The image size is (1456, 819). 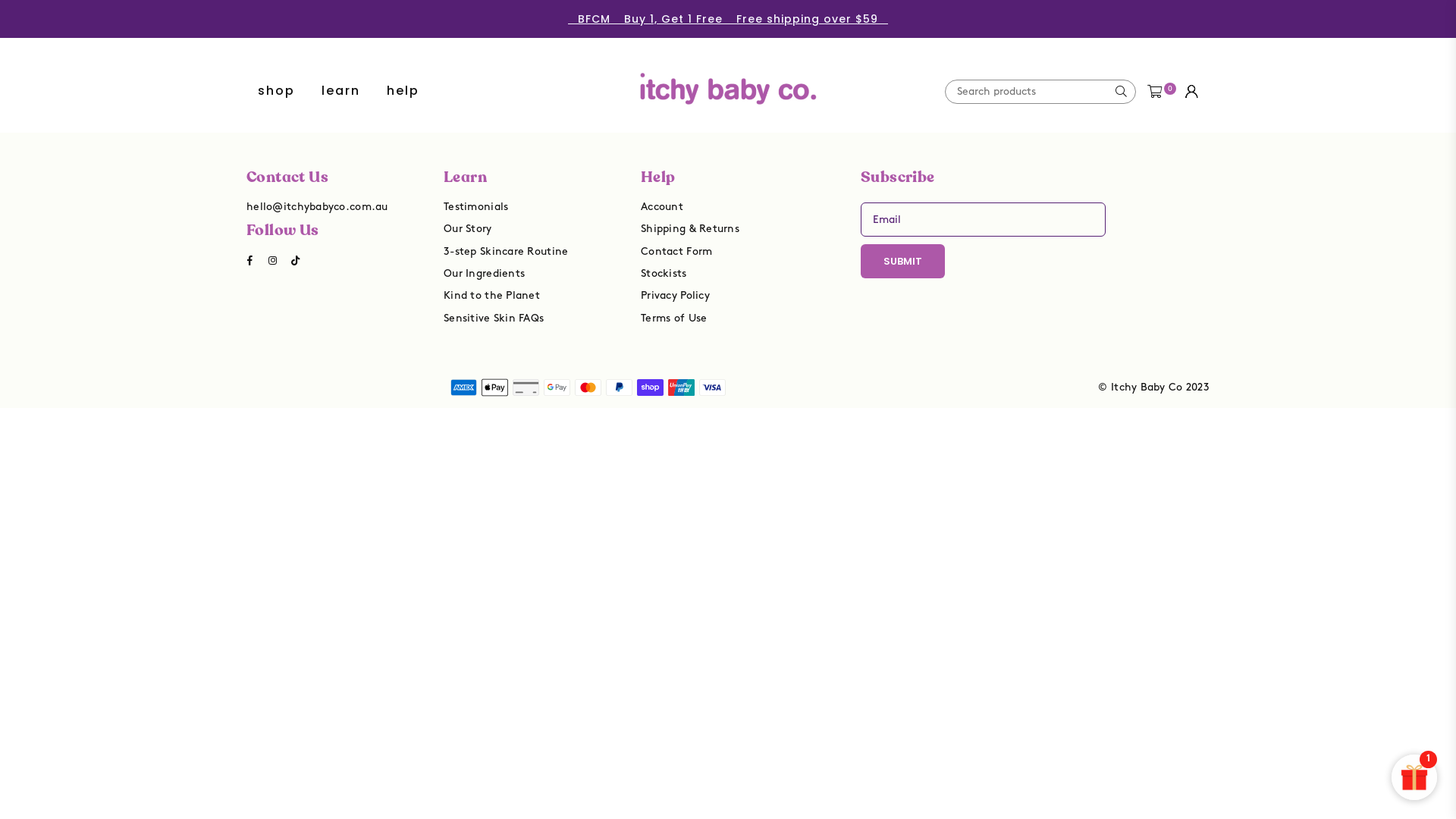 What do you see at coordinates (673, 317) in the screenshot?
I see `'Terms of Use'` at bounding box center [673, 317].